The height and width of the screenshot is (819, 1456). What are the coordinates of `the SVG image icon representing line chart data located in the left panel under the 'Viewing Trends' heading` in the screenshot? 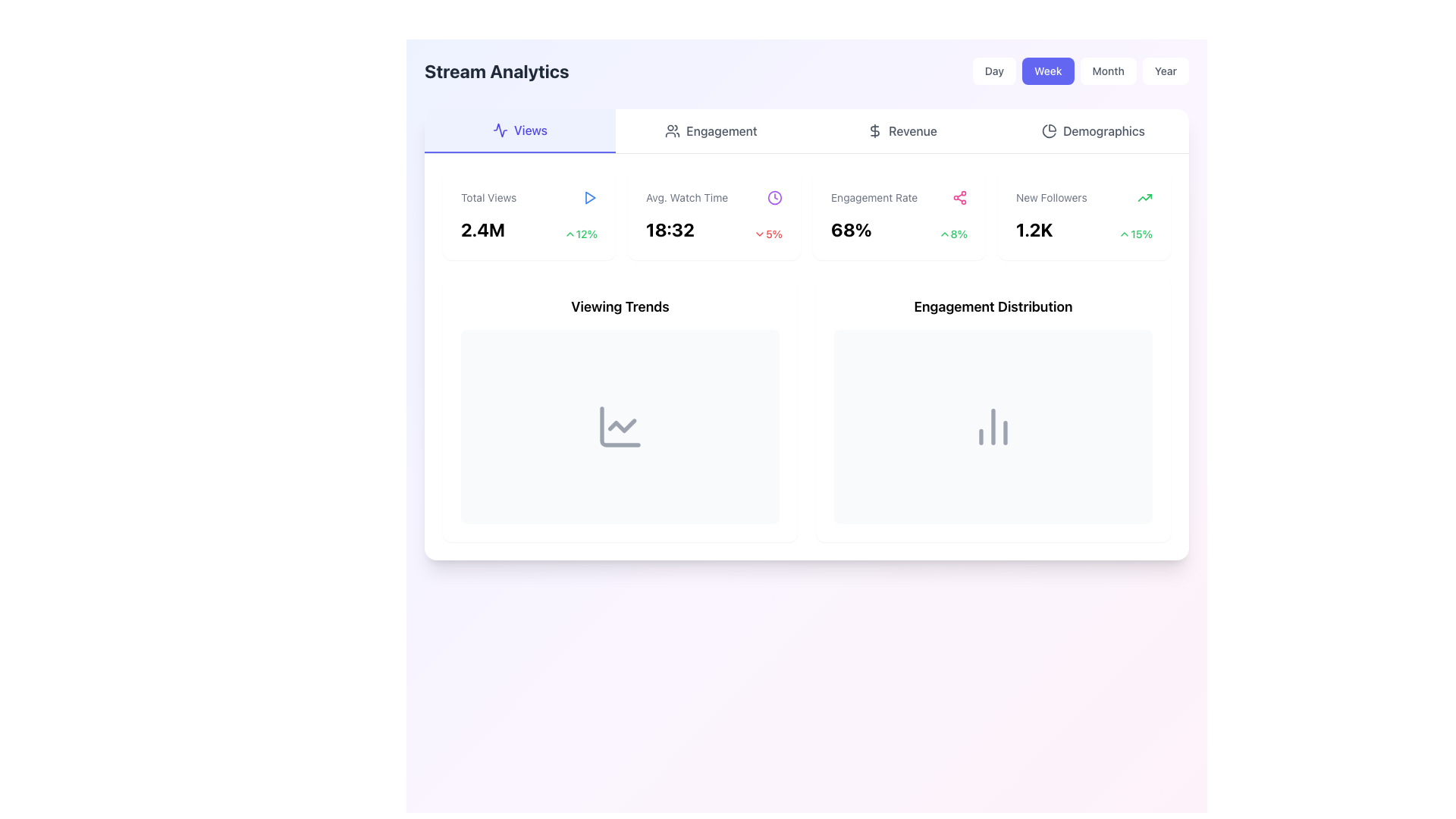 It's located at (620, 427).